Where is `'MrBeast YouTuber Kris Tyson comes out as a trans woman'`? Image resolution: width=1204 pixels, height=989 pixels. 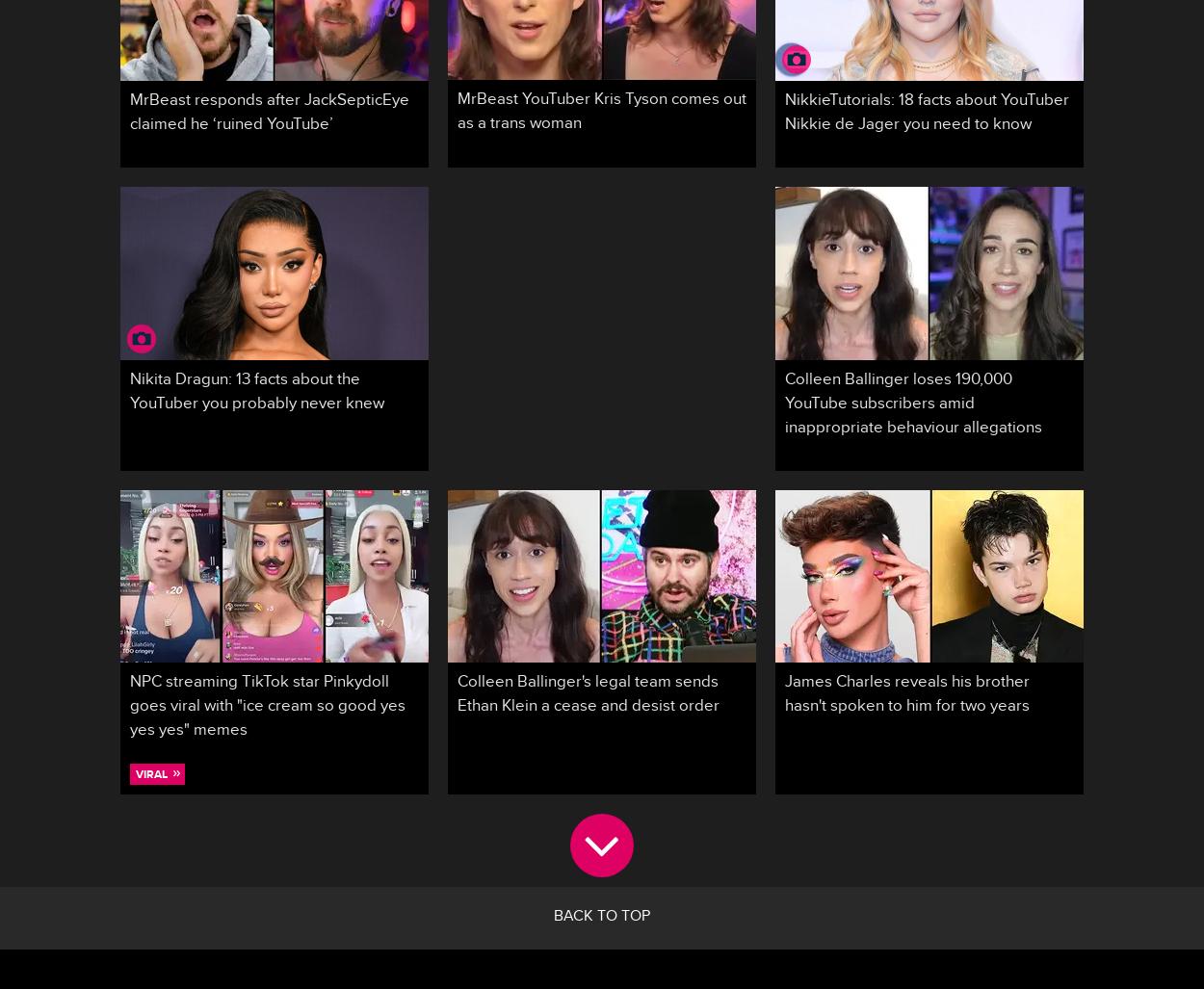
'MrBeast YouTuber Kris Tyson comes out as a trans woman' is located at coordinates (602, 114).